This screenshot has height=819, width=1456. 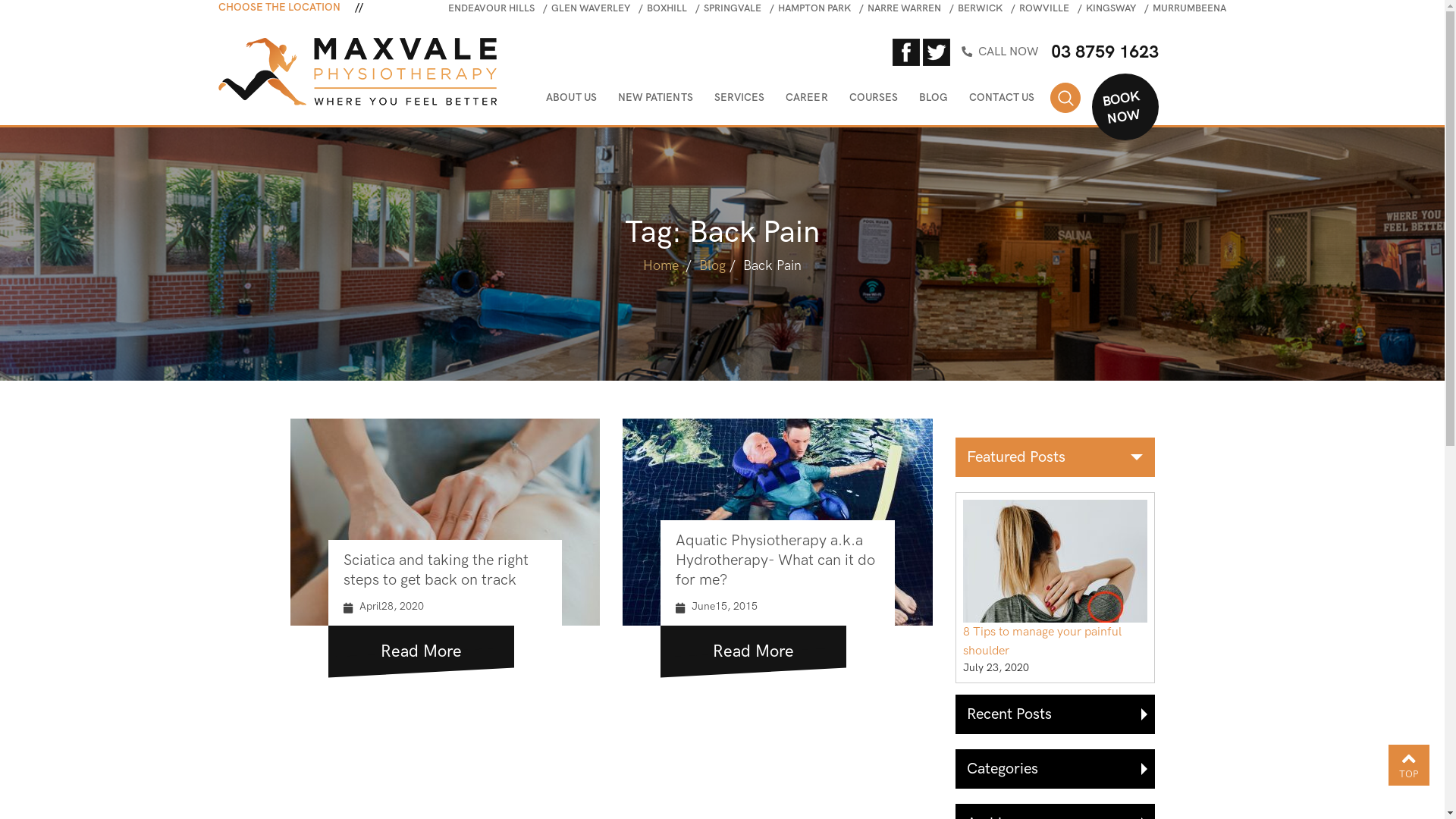 I want to click on 'Featured Posts', so click(x=1054, y=456).